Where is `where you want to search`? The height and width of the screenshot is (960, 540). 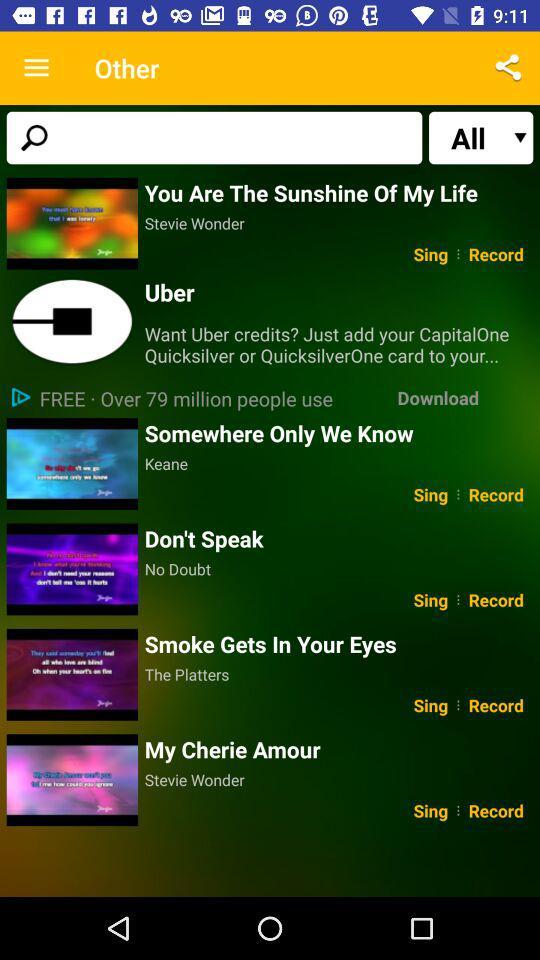 where you want to search is located at coordinates (213, 136).